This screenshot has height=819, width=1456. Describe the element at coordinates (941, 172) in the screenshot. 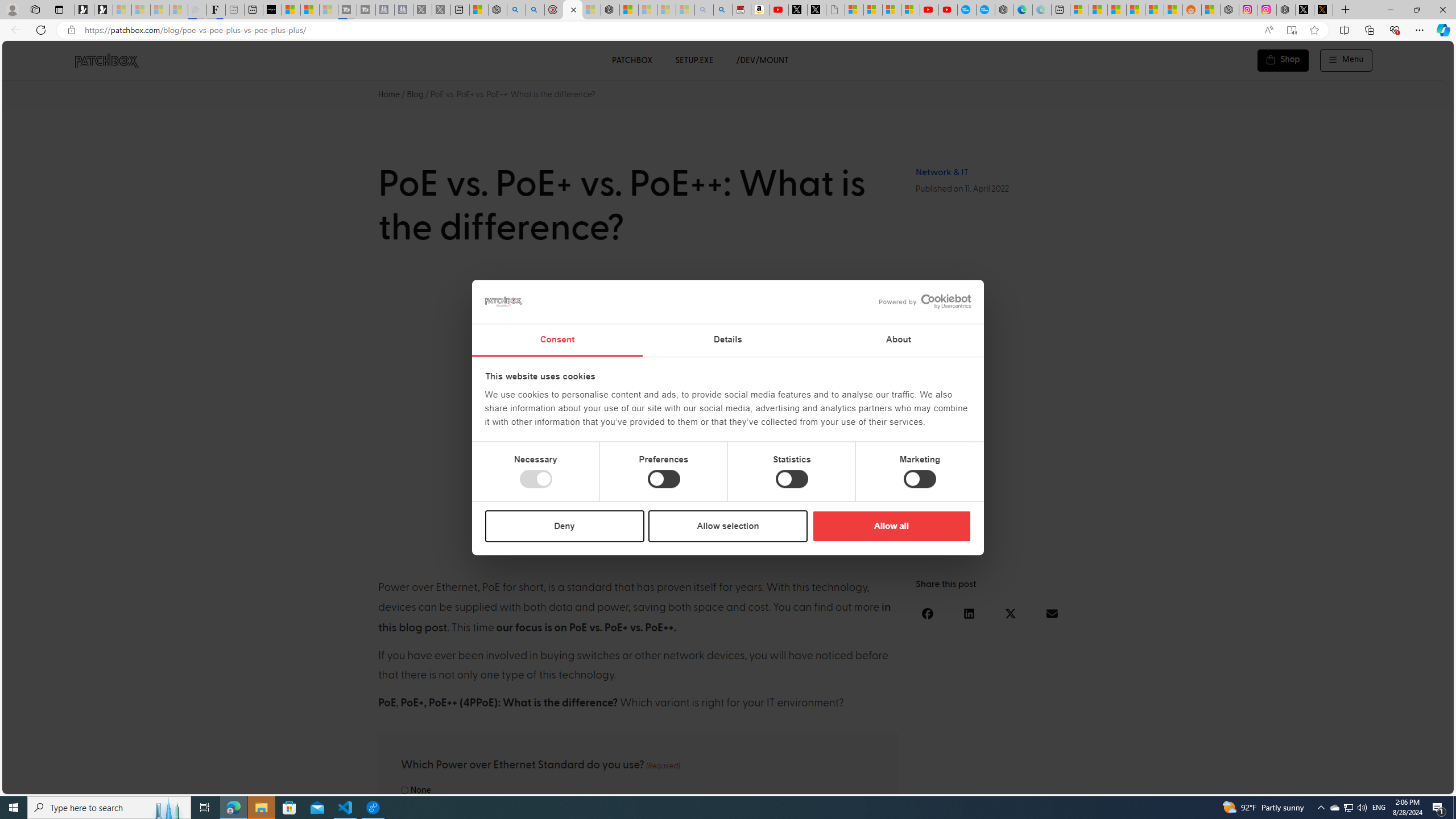

I see `'Network & IT'` at that location.